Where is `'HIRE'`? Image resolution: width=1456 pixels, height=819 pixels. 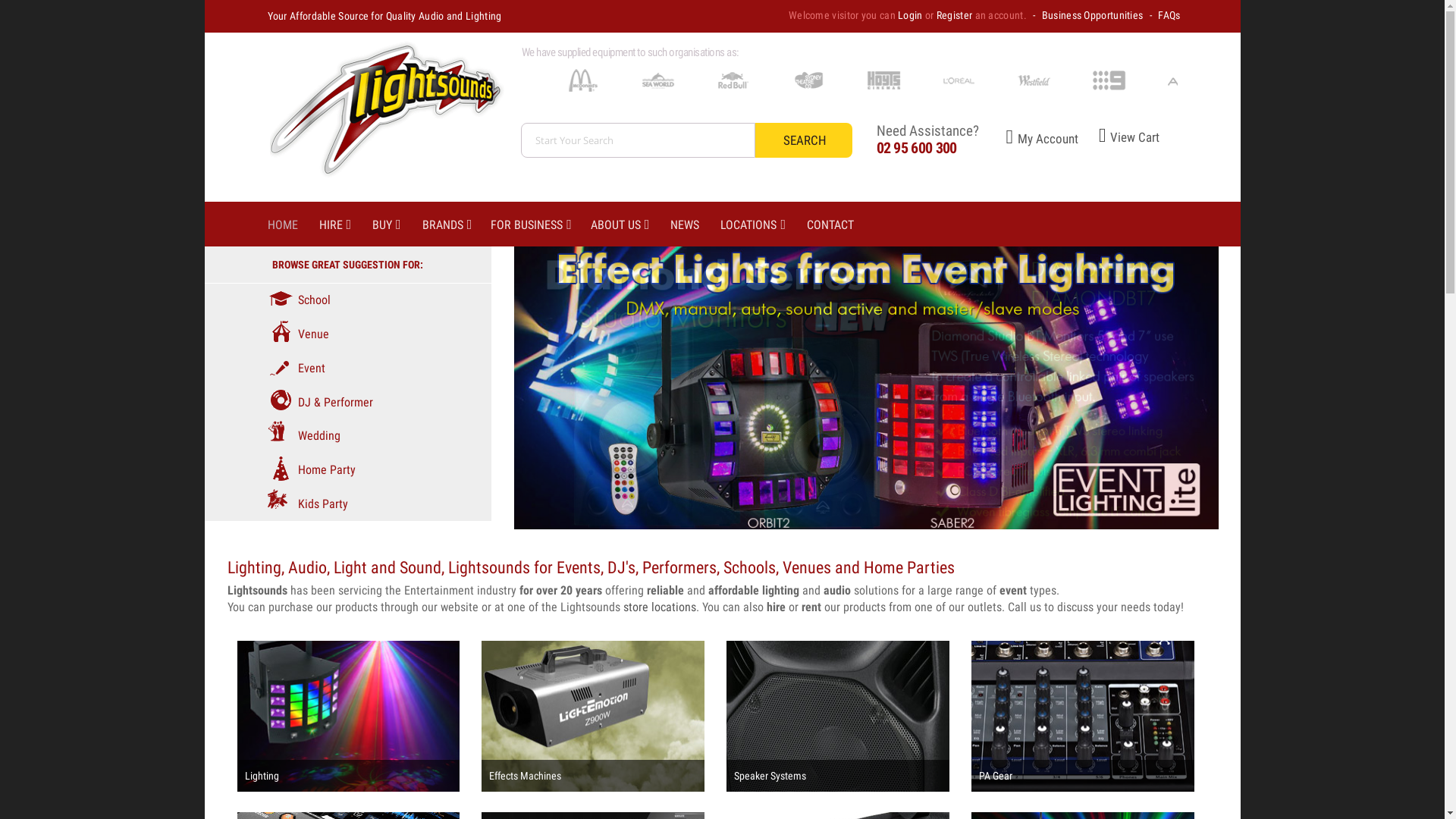 'HIRE' is located at coordinates (318, 225).